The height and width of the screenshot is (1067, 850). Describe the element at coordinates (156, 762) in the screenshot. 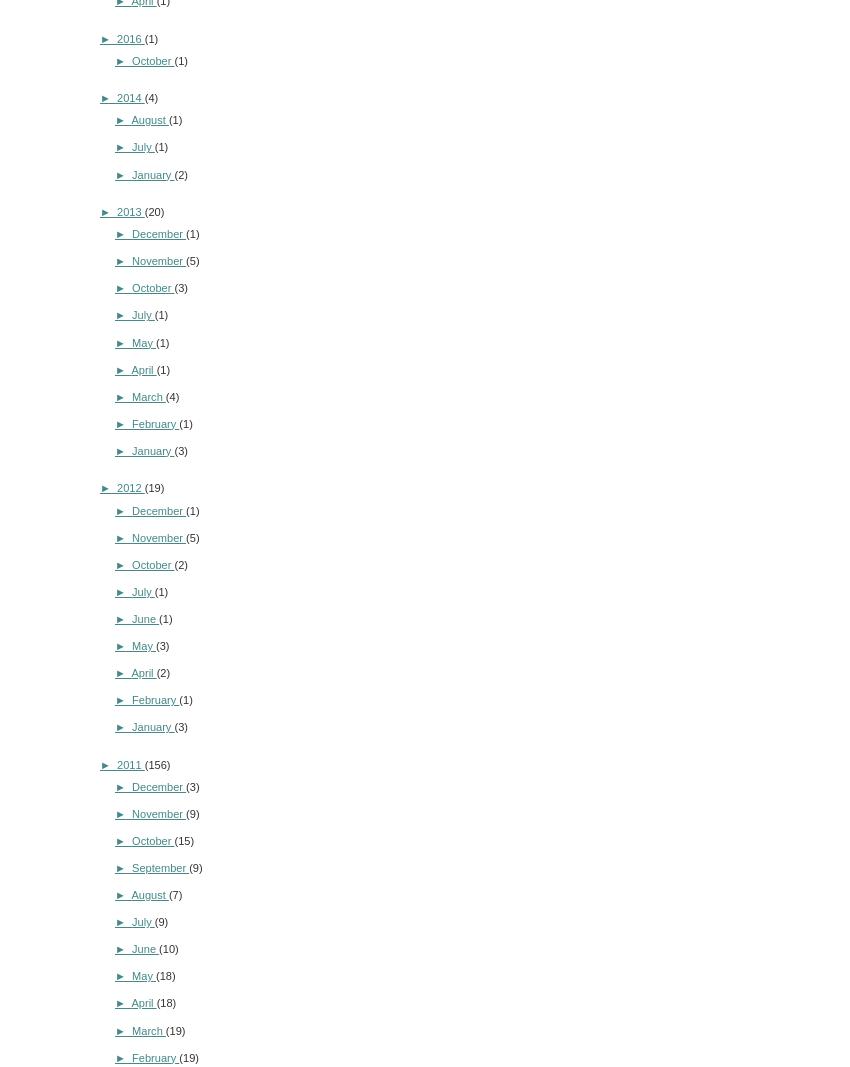

I see `'(156)'` at that location.